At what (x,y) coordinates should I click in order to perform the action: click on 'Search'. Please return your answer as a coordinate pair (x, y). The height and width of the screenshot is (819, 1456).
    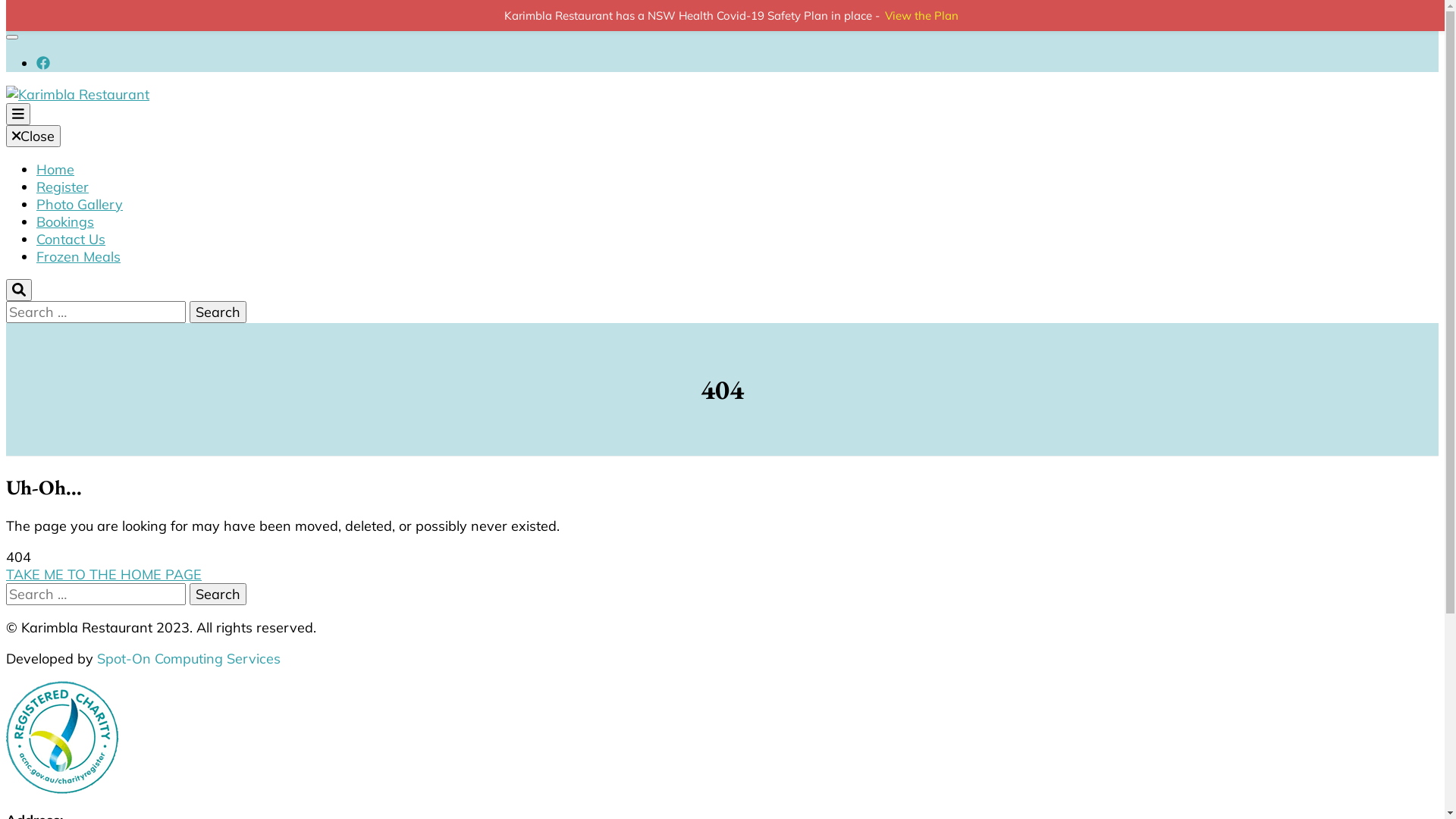
    Looking at the image, I should click on (217, 311).